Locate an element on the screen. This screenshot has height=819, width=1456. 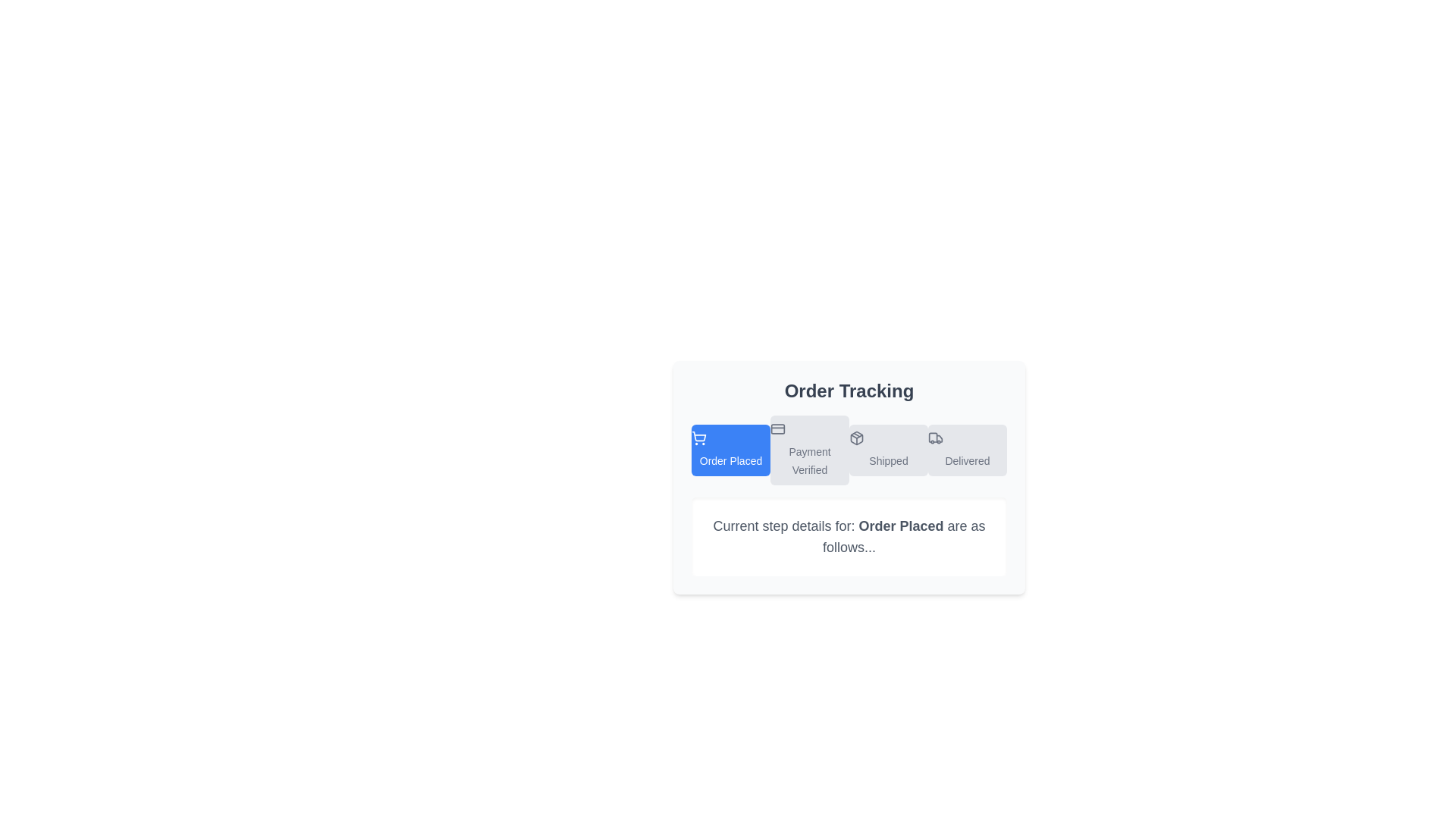
the static text label displaying the word 'Delivered' which indicates the delivery status in the order tracking tab is located at coordinates (967, 460).